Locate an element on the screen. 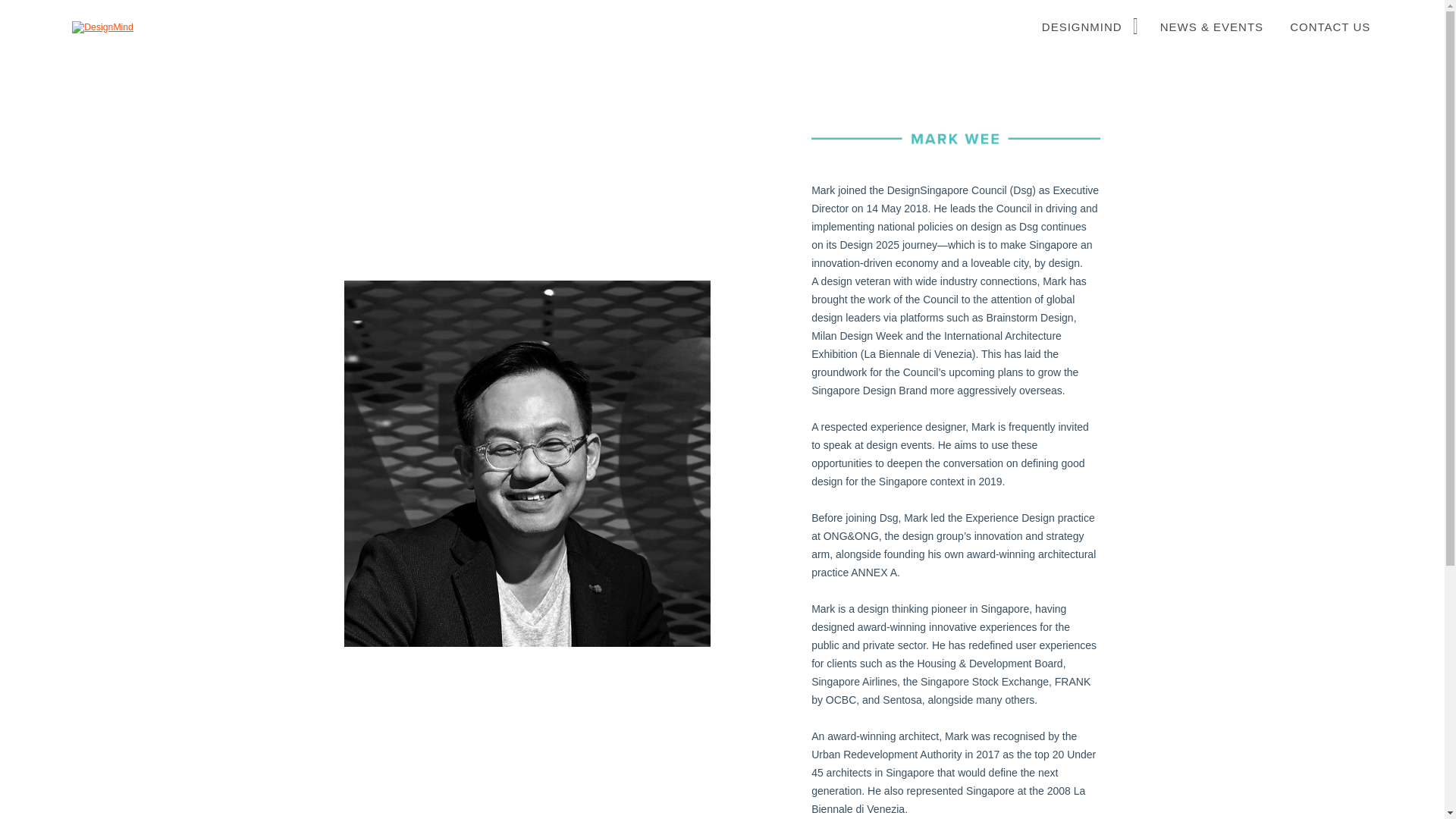 This screenshot has height=819, width=1456. 'DESIGNMIND' is located at coordinates (1031, 27).